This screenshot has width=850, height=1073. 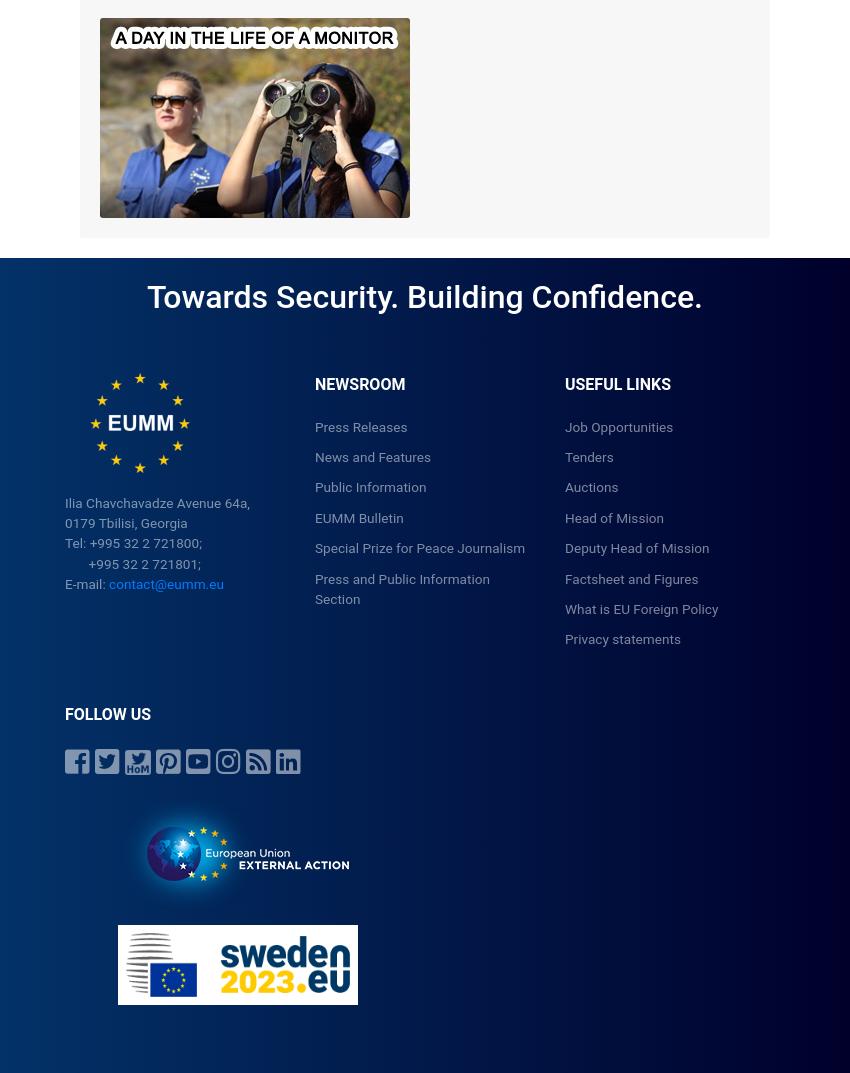 What do you see at coordinates (591, 486) in the screenshot?
I see `'Auctions'` at bounding box center [591, 486].